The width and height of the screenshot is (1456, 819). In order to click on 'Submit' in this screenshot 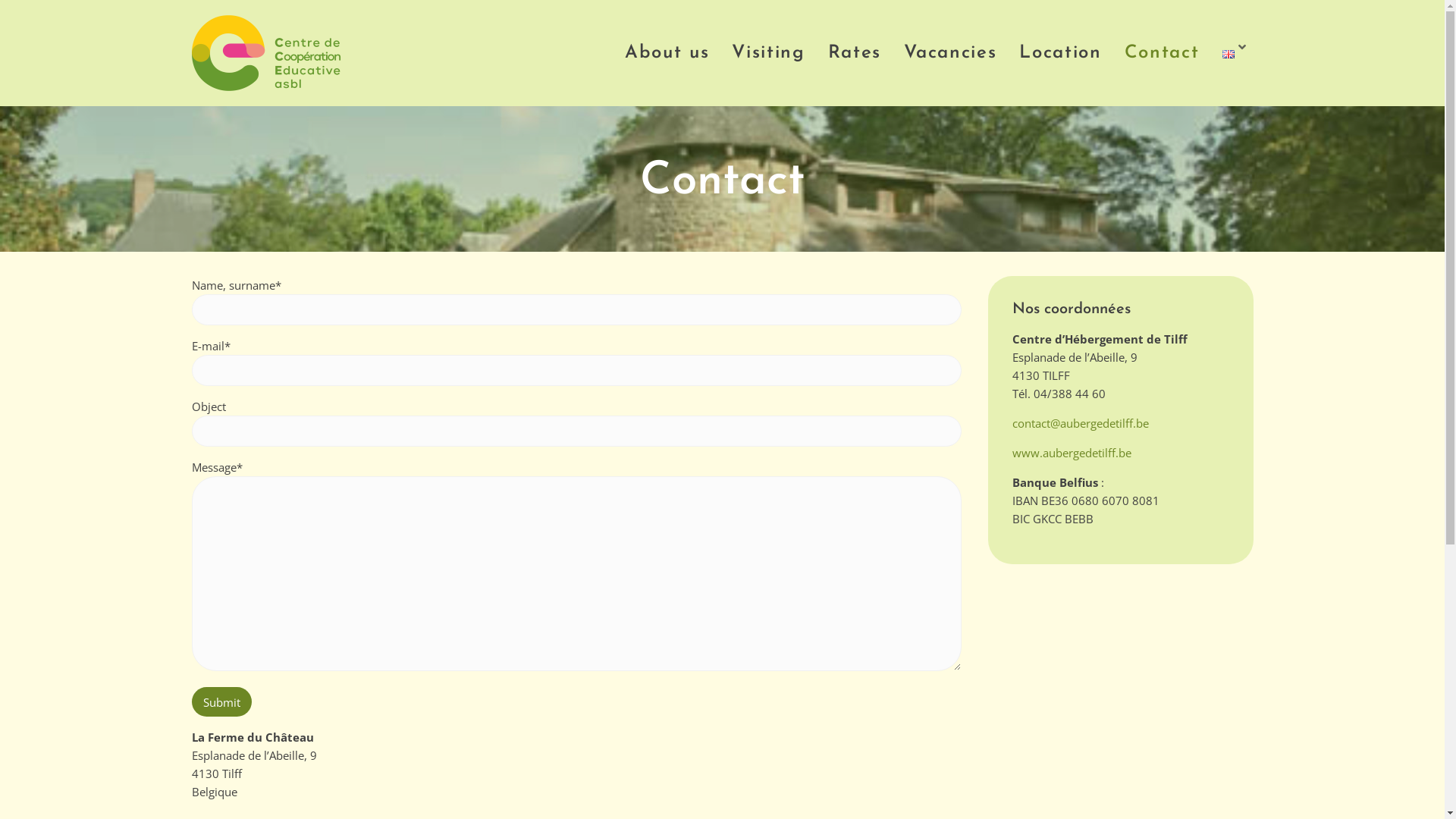, I will do `click(220, 701)`.